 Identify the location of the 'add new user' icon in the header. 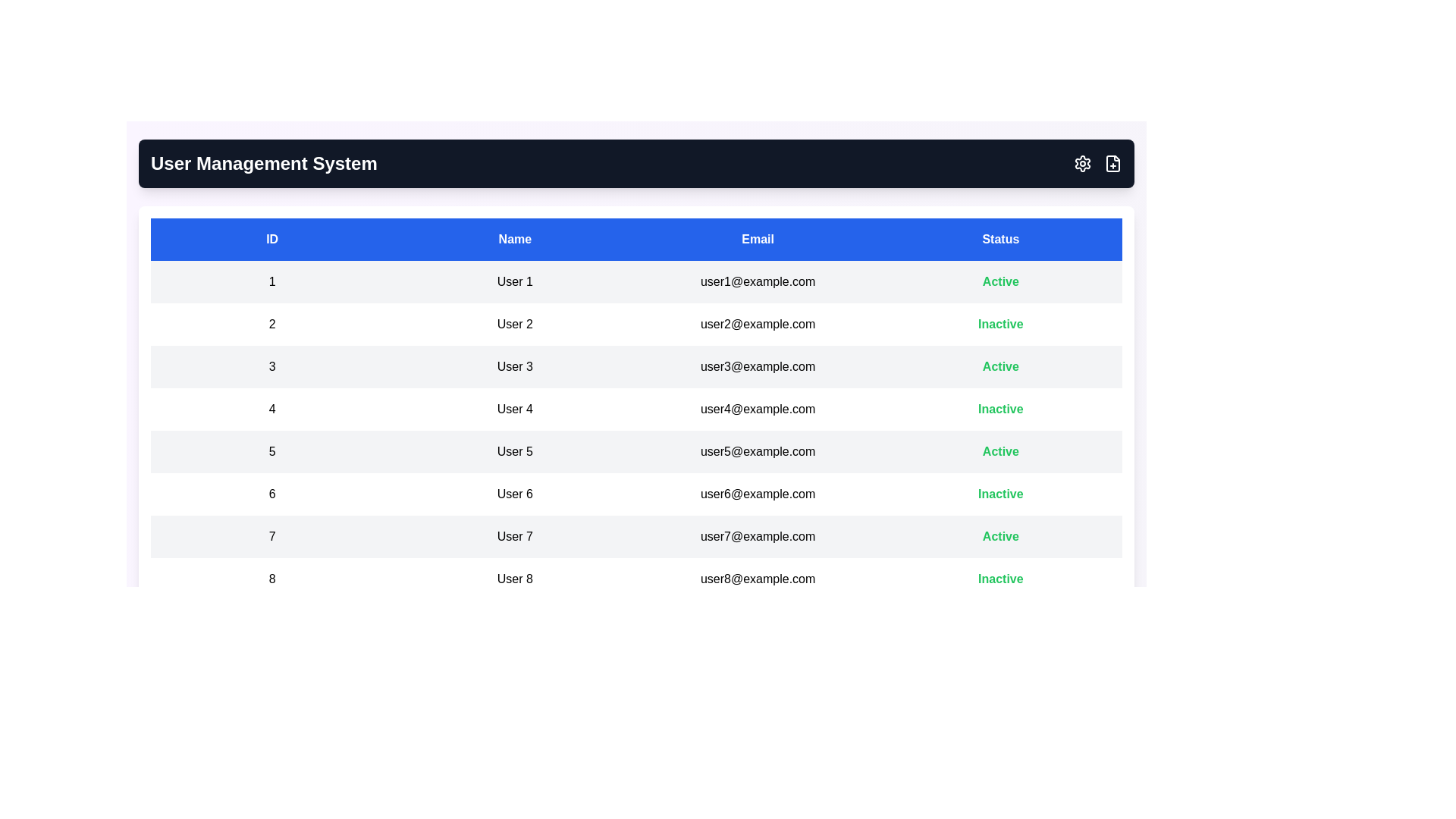
(1113, 164).